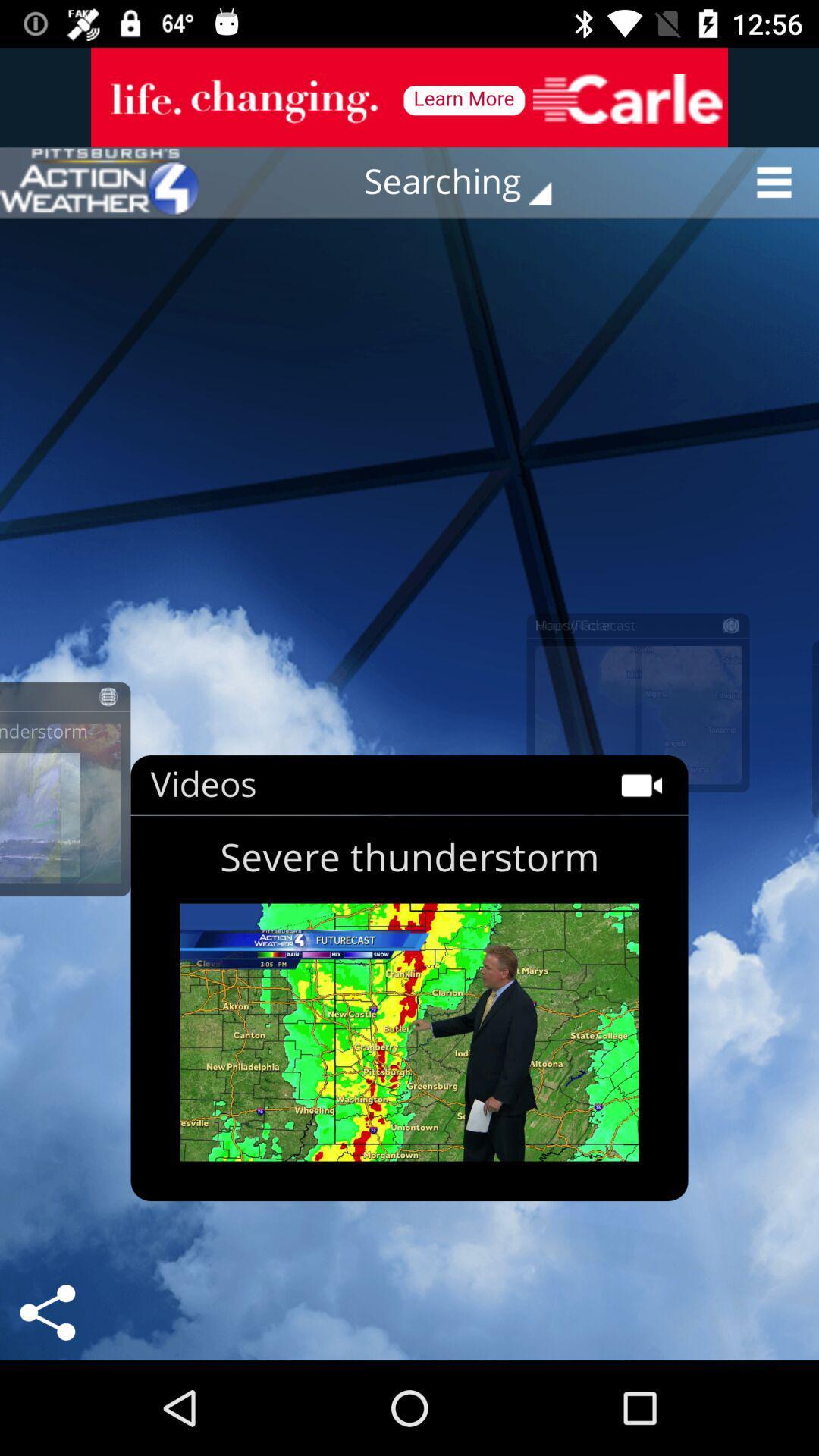  Describe the element at coordinates (46, 1312) in the screenshot. I see `the share icon` at that location.